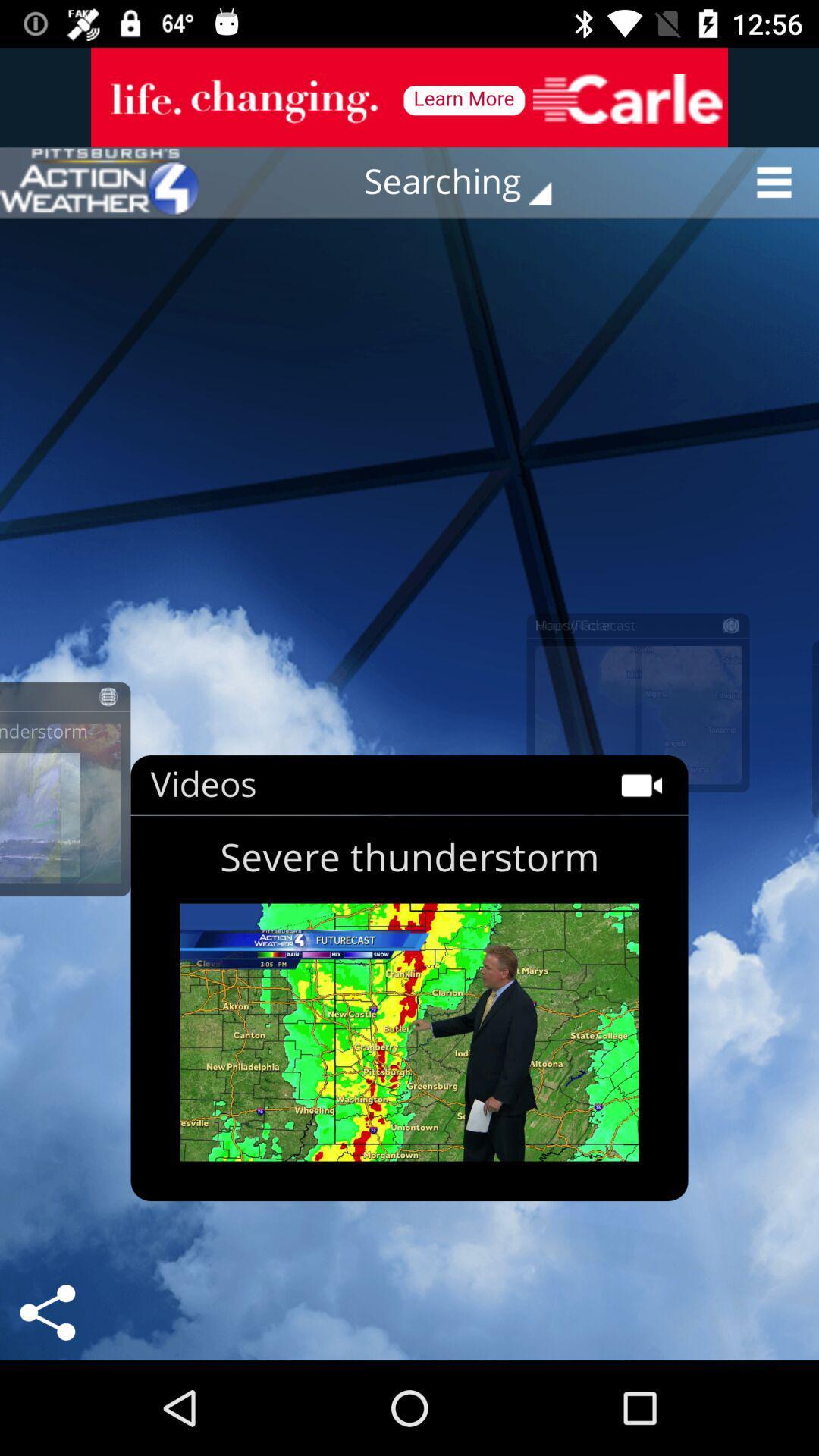  Describe the element at coordinates (46, 1312) in the screenshot. I see `the share icon` at that location.